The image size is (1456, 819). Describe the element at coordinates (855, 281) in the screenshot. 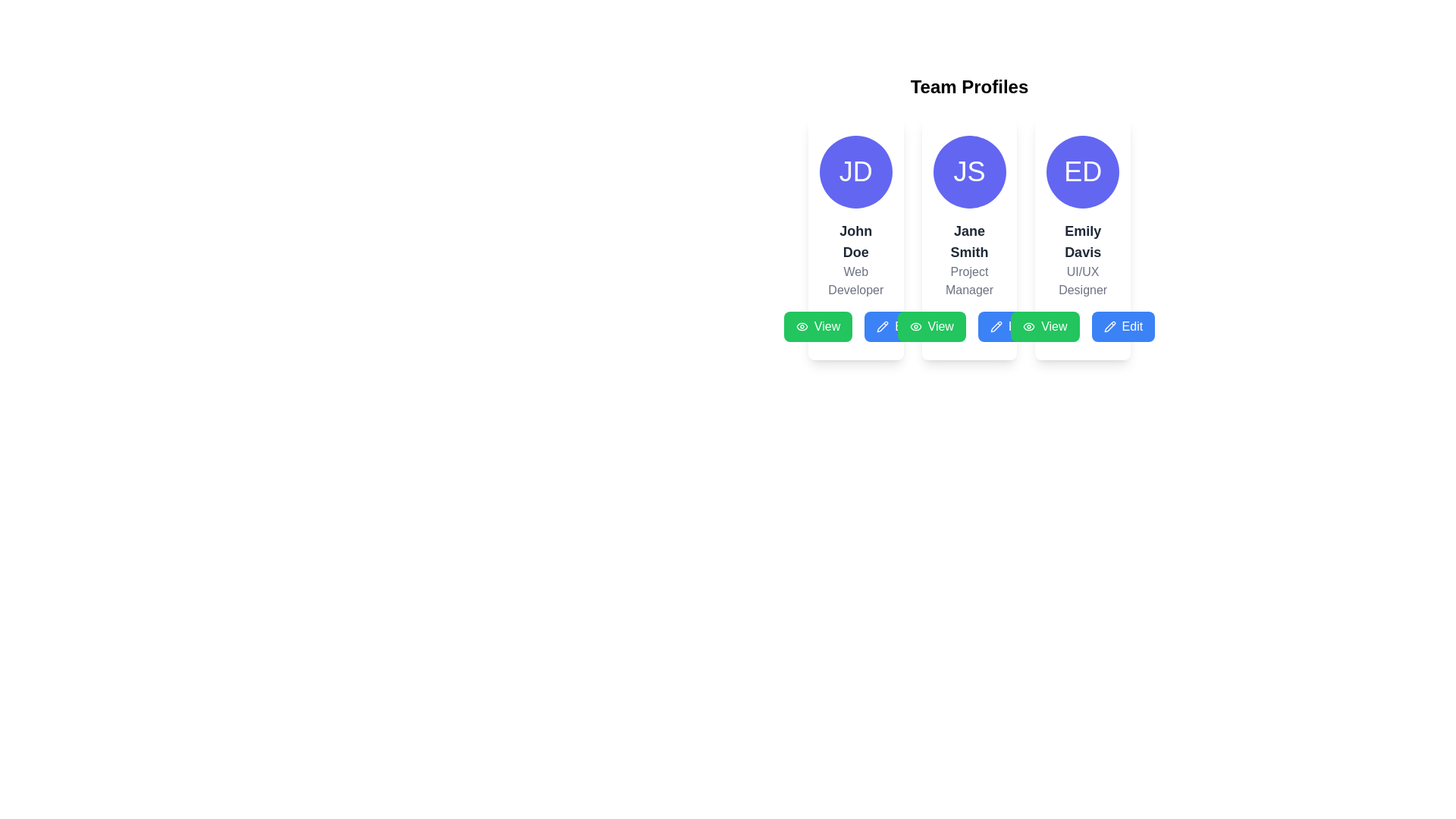

I see `the text label indicating the professional role or title of the individual in the profile card` at that location.